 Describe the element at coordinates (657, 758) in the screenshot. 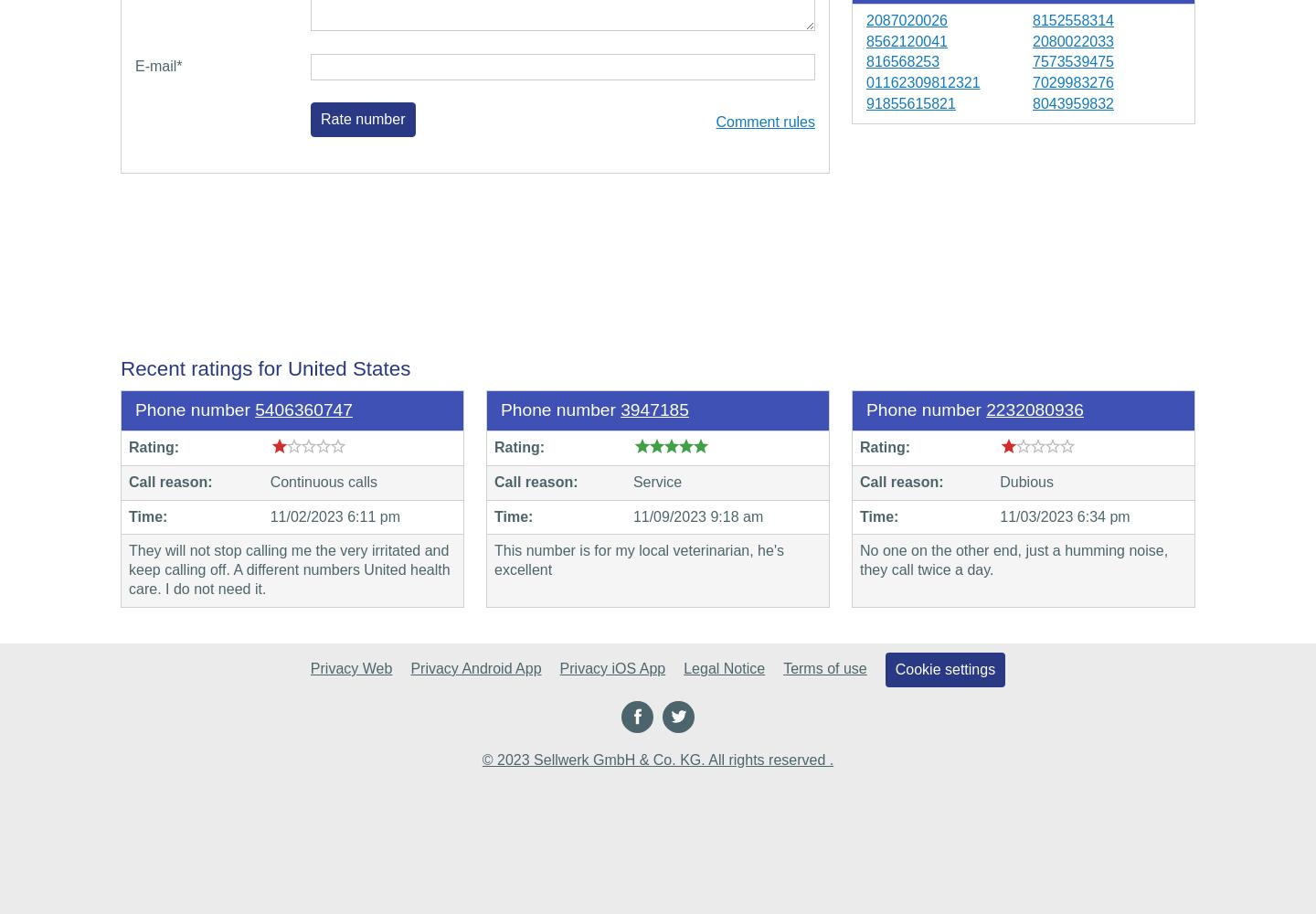

I see `'© 2023 Sellwerk GmbH & Co. KG. All rights reserved .'` at that location.